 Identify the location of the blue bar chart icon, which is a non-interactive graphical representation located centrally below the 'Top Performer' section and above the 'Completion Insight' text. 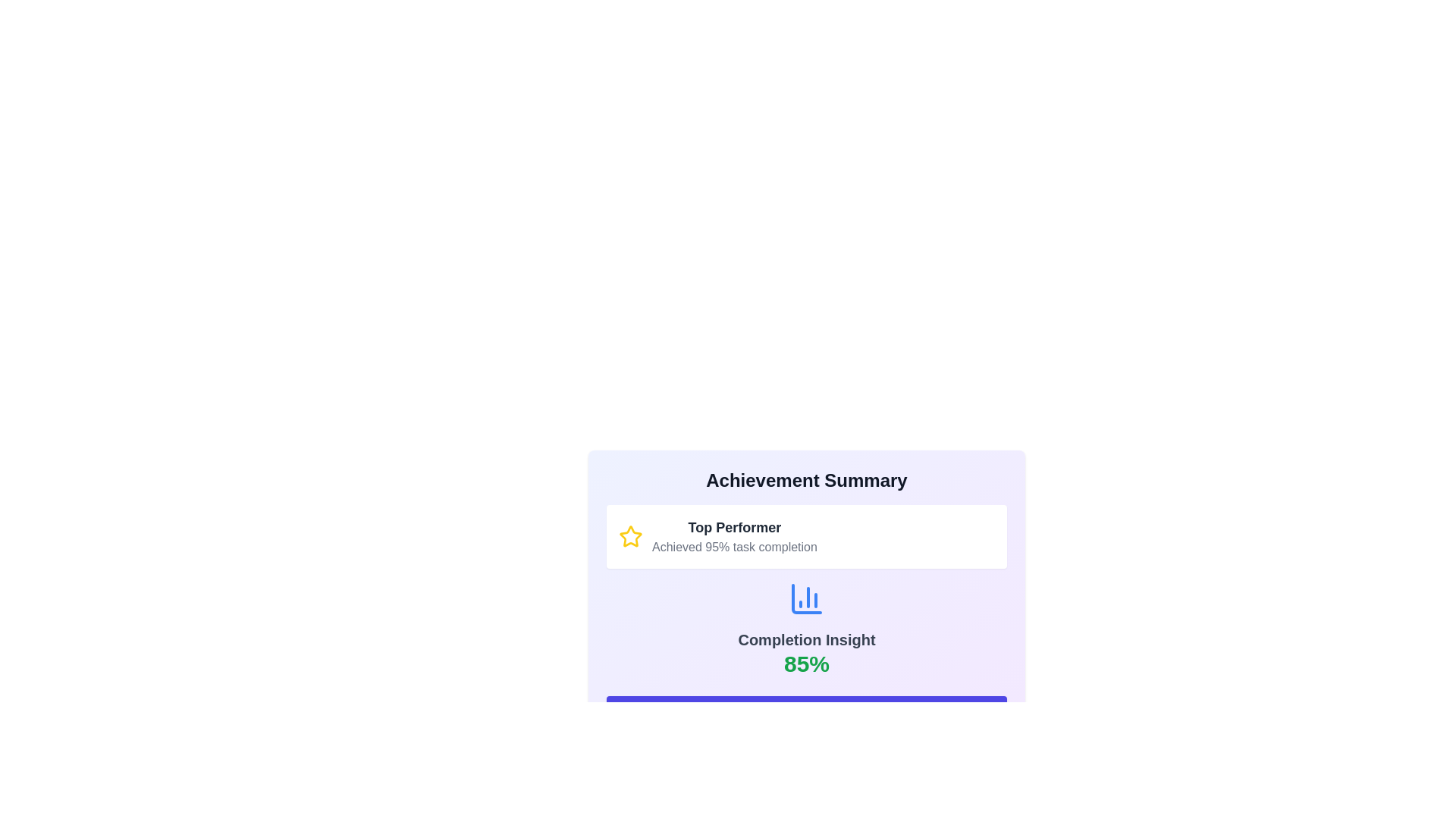
(806, 598).